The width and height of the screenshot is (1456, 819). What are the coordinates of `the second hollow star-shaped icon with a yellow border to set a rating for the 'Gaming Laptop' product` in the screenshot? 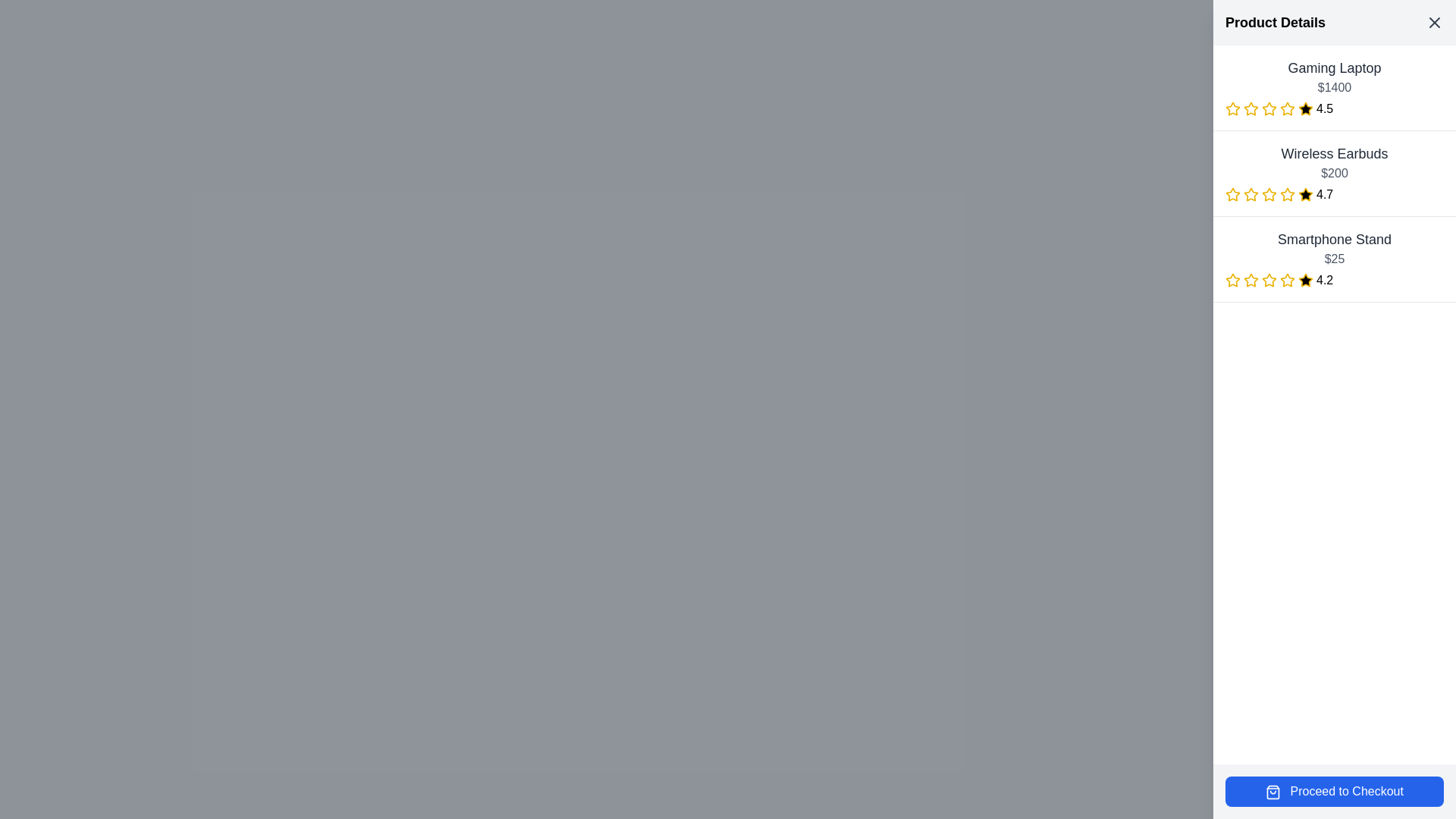 It's located at (1269, 107).